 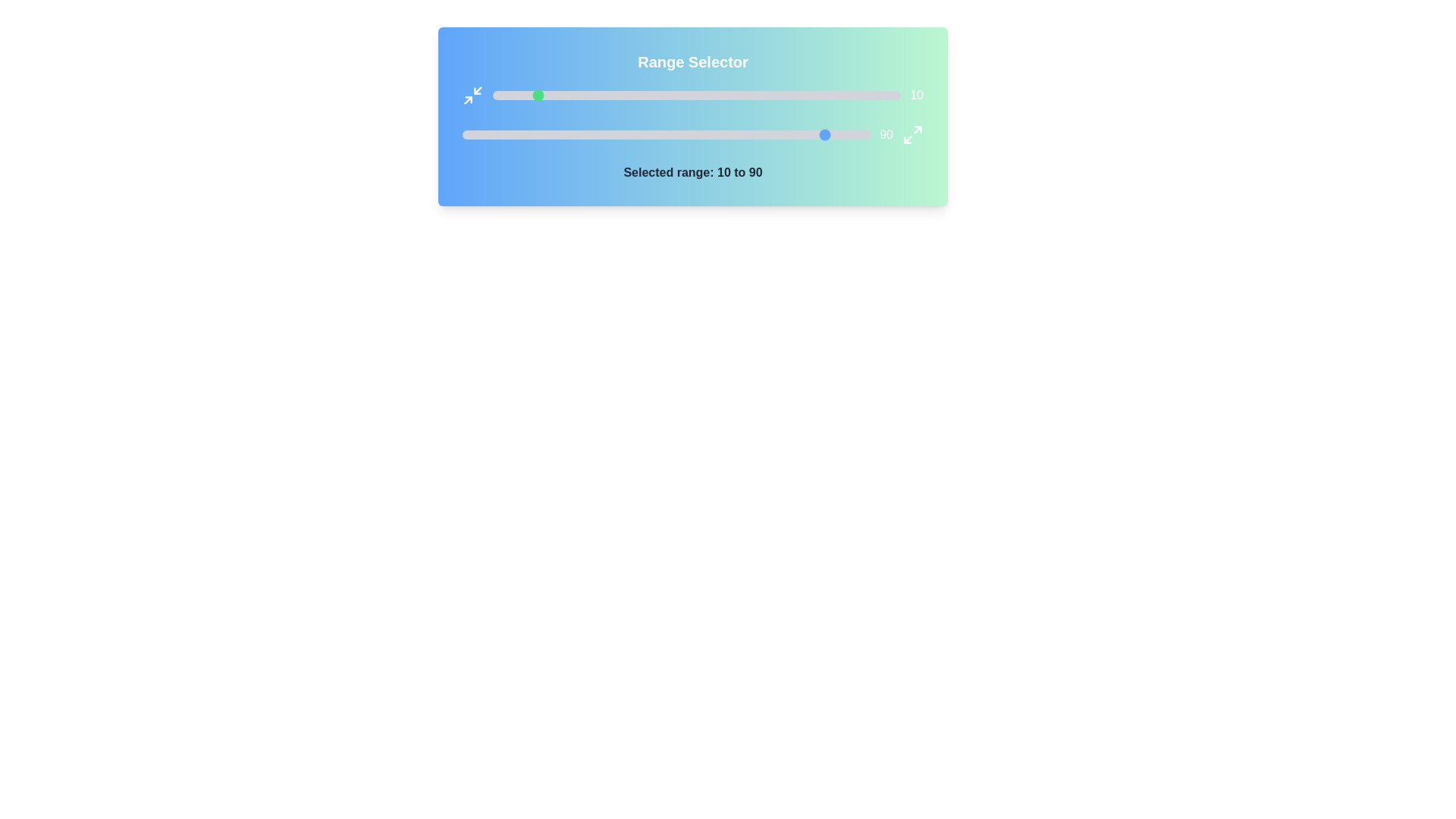 I want to click on the slider, so click(x=827, y=96).